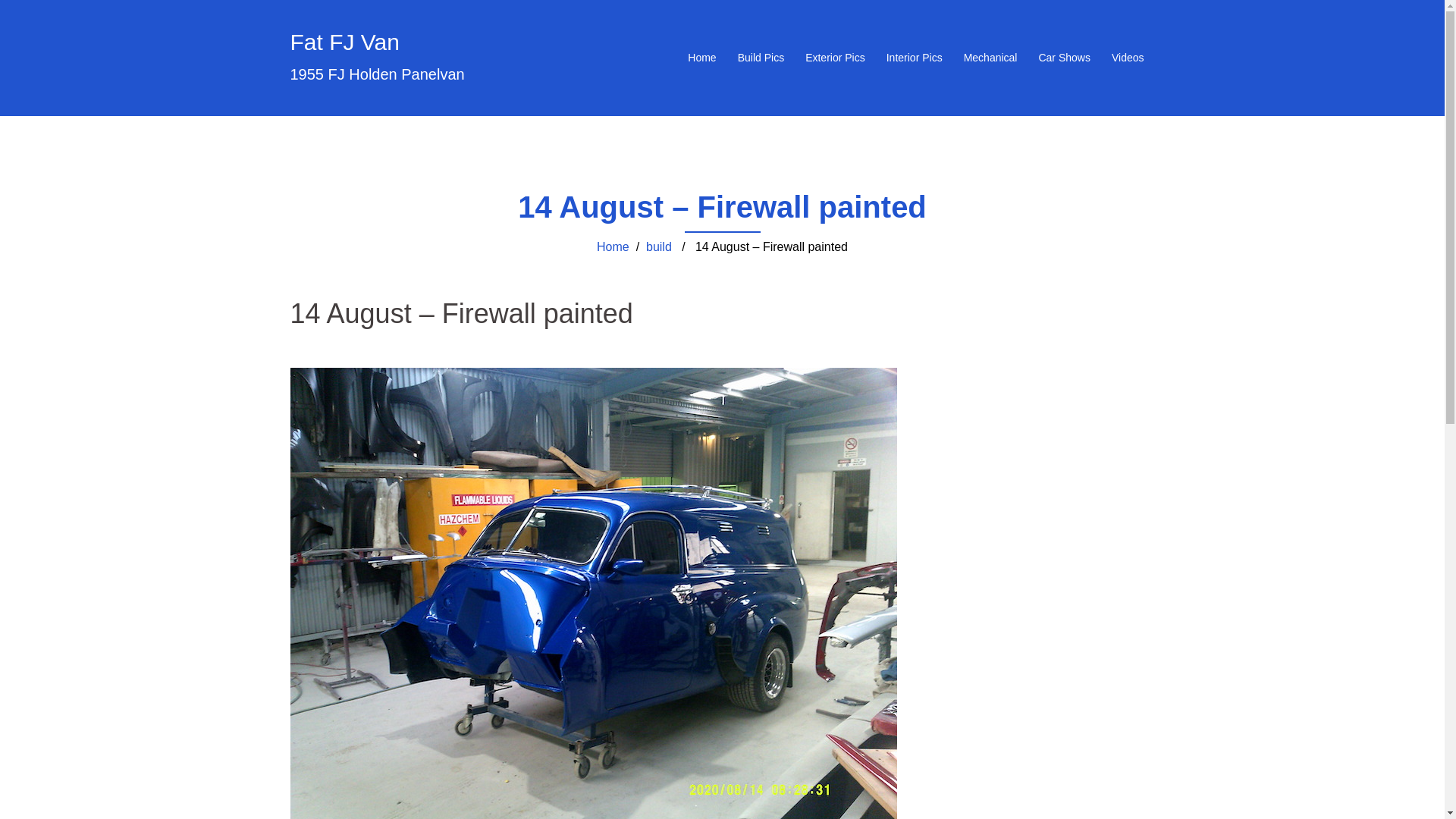 The image size is (1456, 819). I want to click on 'Build Pics', so click(761, 57).